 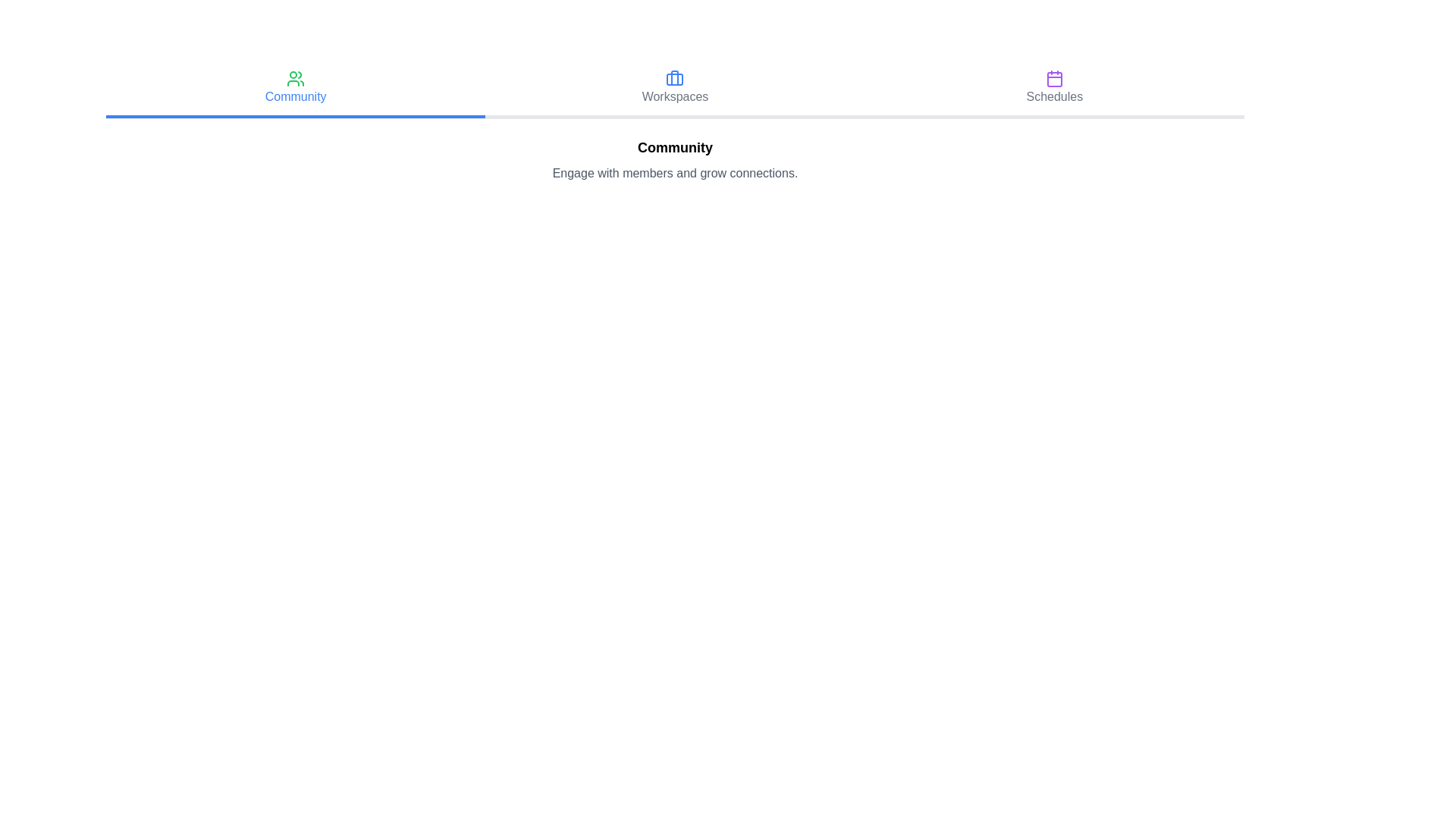 What do you see at coordinates (674, 89) in the screenshot?
I see `the tab labeled Workspaces to switch to the corresponding content` at bounding box center [674, 89].